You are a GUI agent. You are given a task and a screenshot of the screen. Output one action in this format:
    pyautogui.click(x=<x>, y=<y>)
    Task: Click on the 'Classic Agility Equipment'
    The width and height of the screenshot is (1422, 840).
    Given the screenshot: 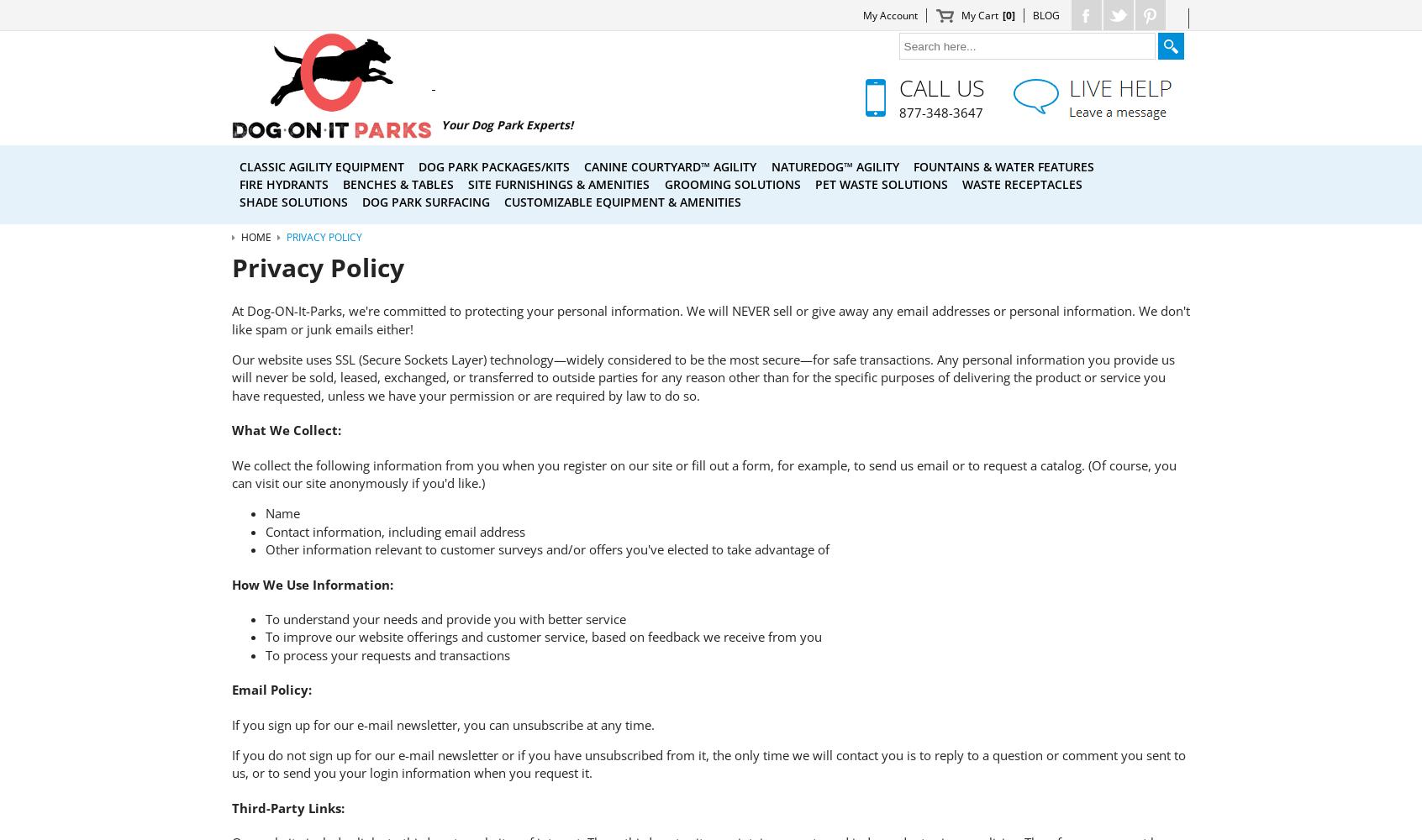 What is the action you would take?
    pyautogui.click(x=321, y=165)
    